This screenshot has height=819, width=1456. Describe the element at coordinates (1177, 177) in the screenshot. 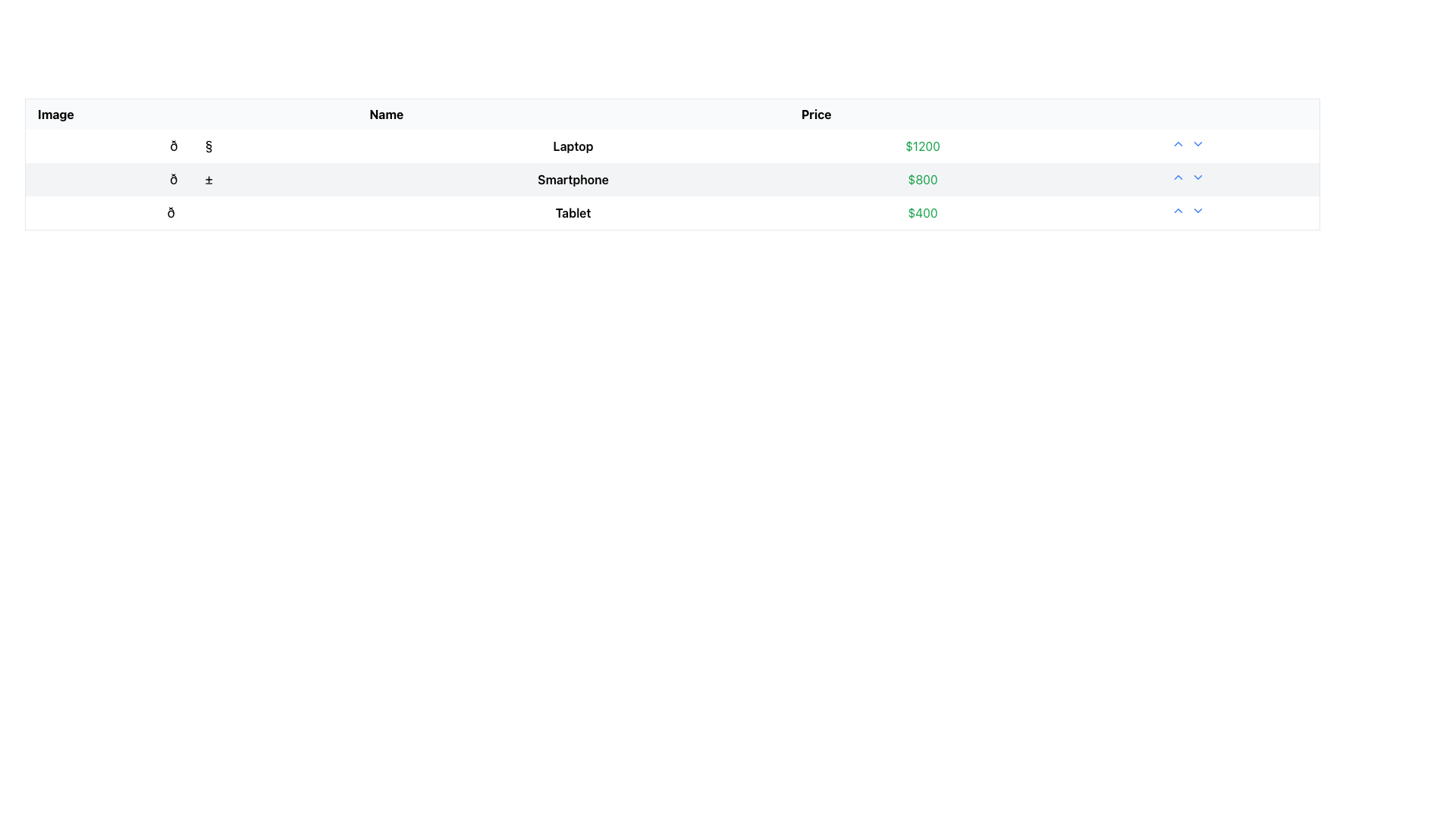

I see `the chevron icon located in the second row of the tabular layout, positioned in the rightmost part of its row` at that location.